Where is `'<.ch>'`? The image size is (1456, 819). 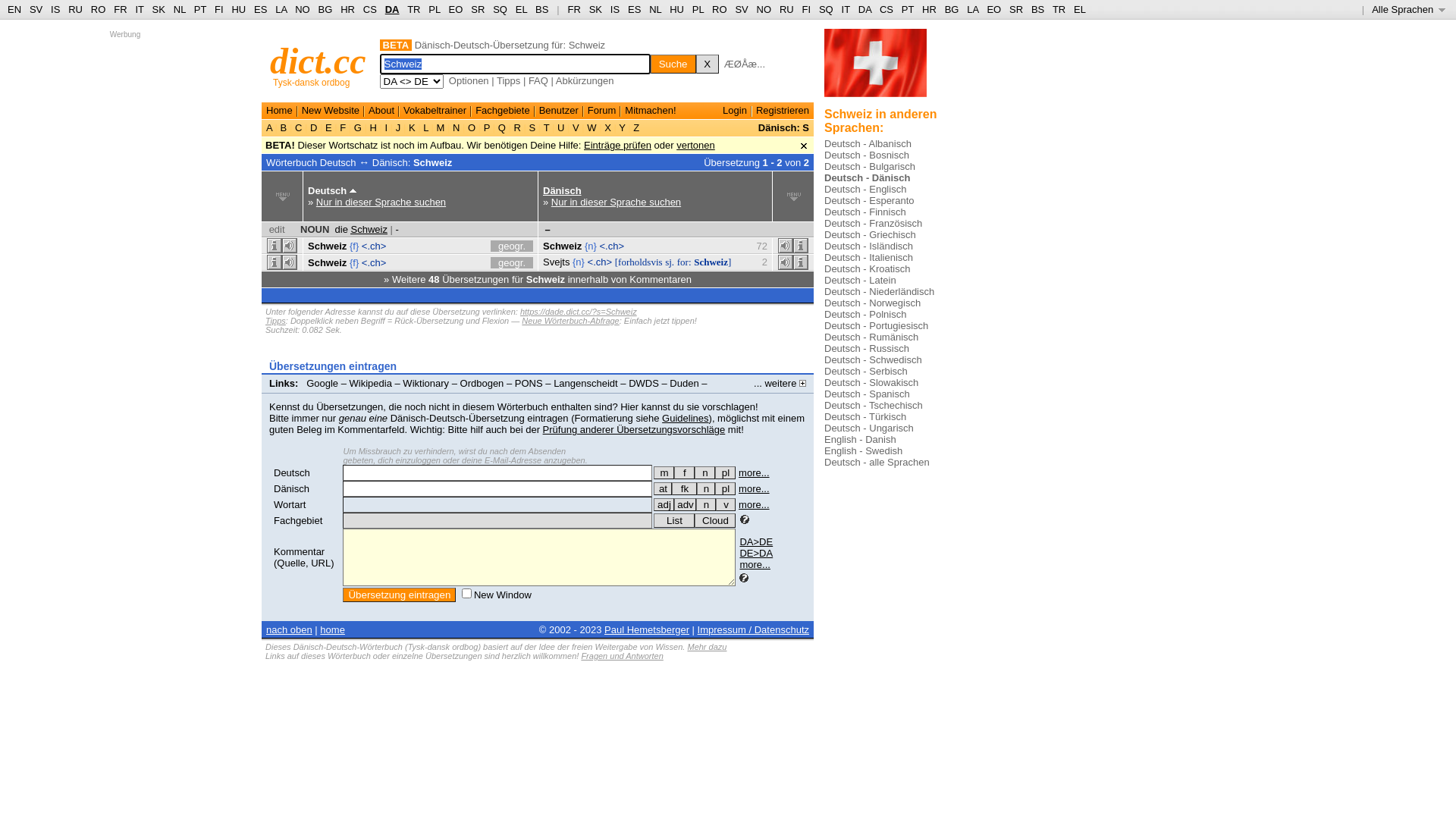
'<.ch>' is located at coordinates (374, 261).